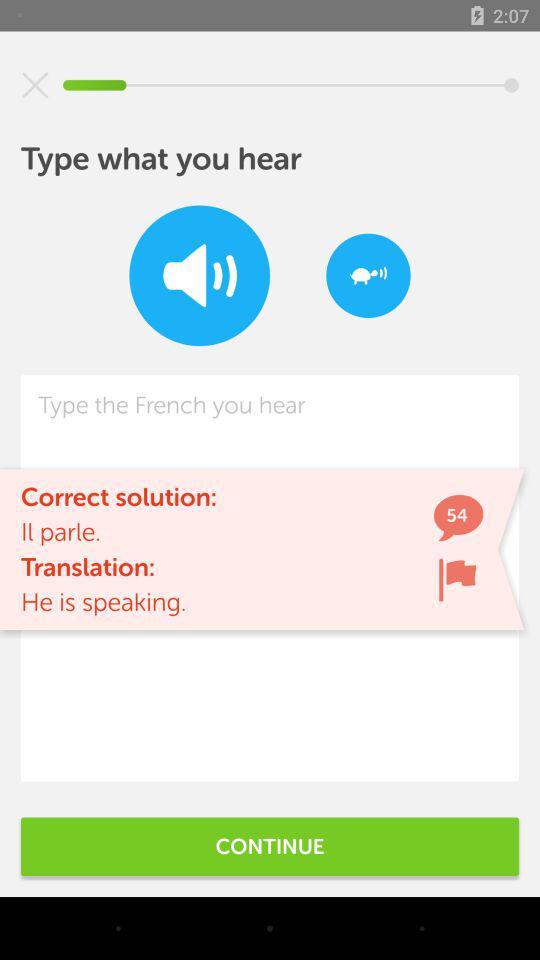  I want to click on the star icon, so click(35, 85).